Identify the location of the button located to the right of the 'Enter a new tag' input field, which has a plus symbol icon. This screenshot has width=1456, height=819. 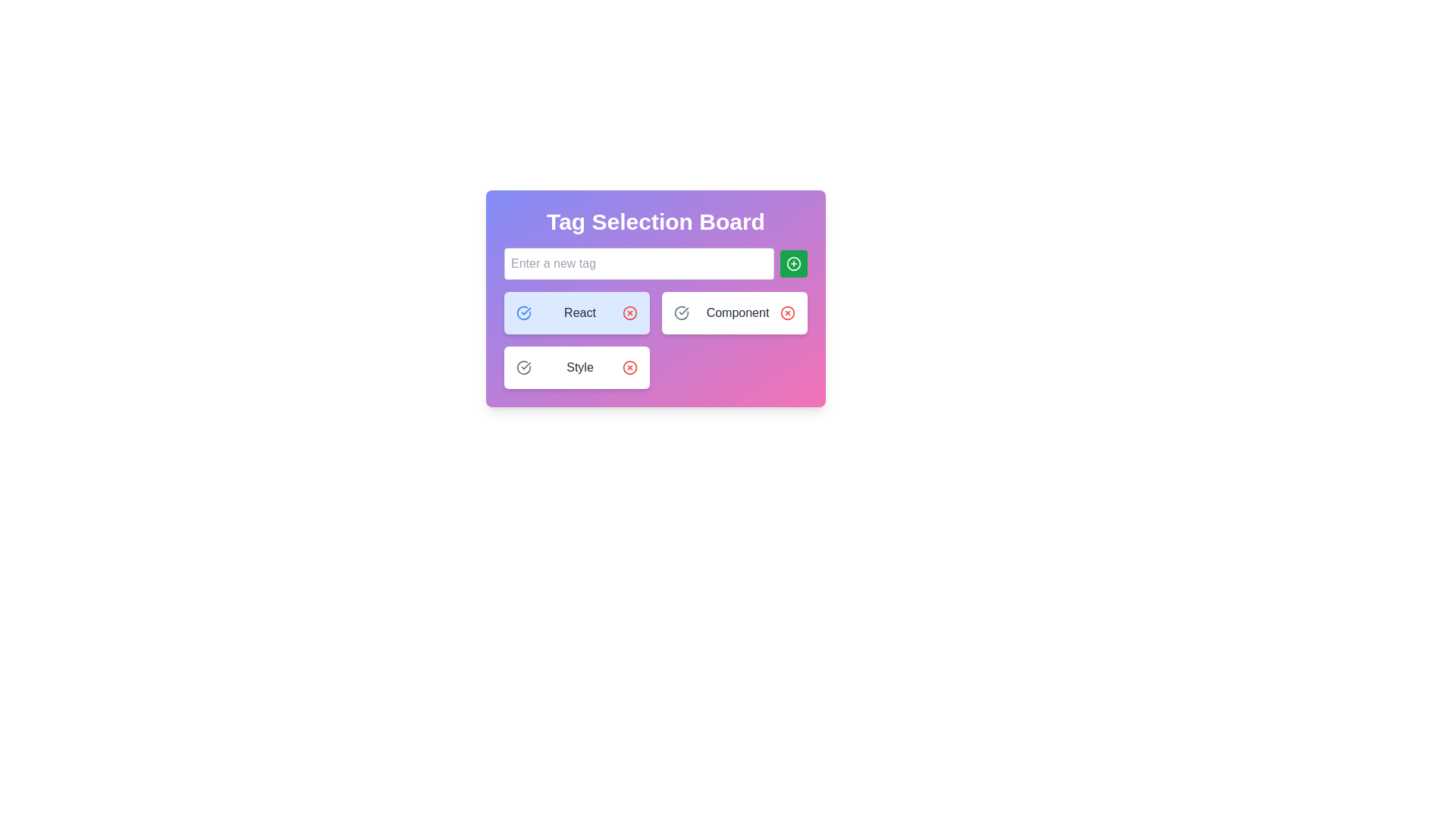
(792, 262).